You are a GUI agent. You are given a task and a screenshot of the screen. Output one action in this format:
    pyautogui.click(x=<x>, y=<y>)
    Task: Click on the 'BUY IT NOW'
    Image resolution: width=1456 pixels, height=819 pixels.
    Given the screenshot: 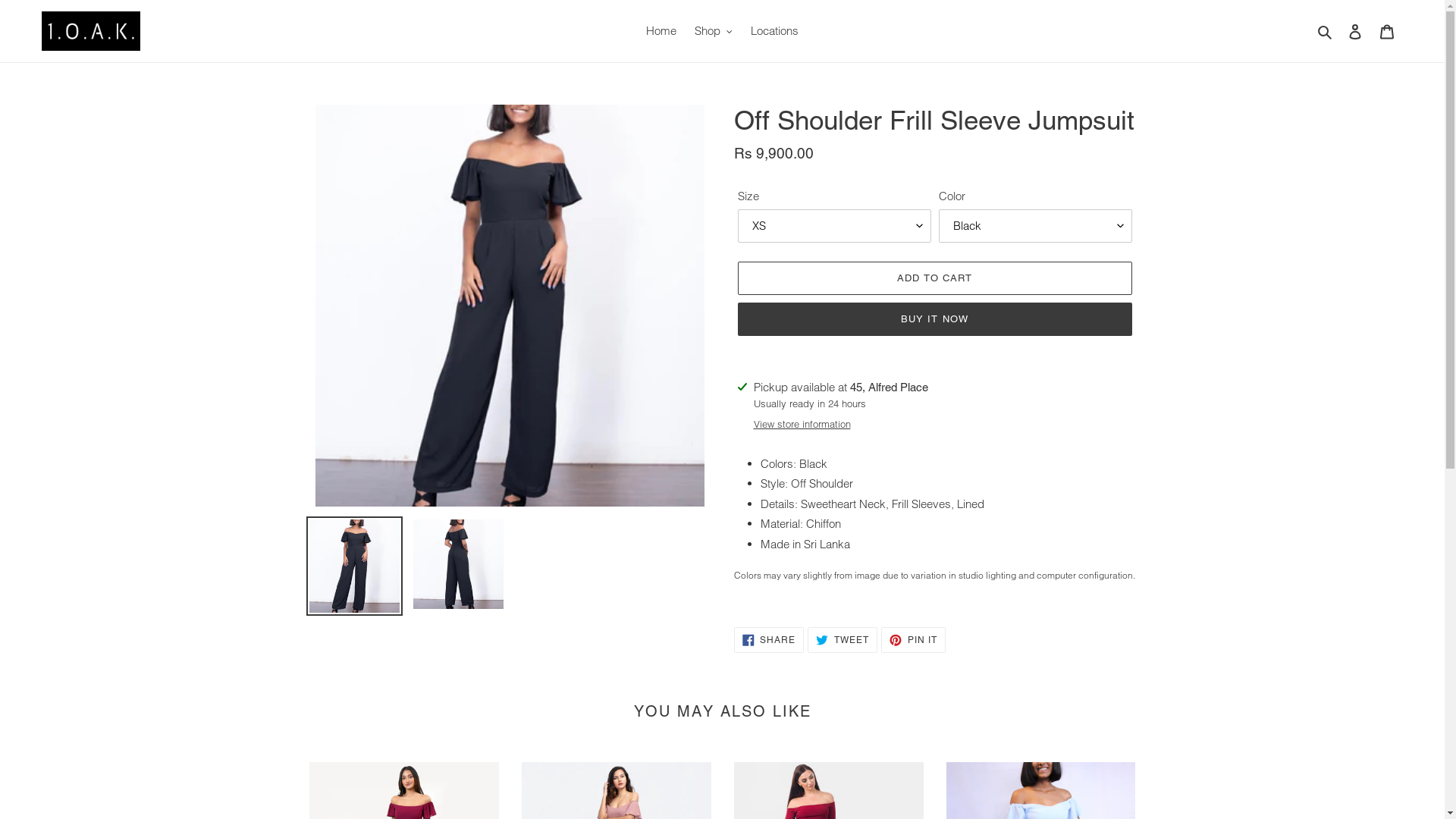 What is the action you would take?
    pyautogui.click(x=934, y=318)
    